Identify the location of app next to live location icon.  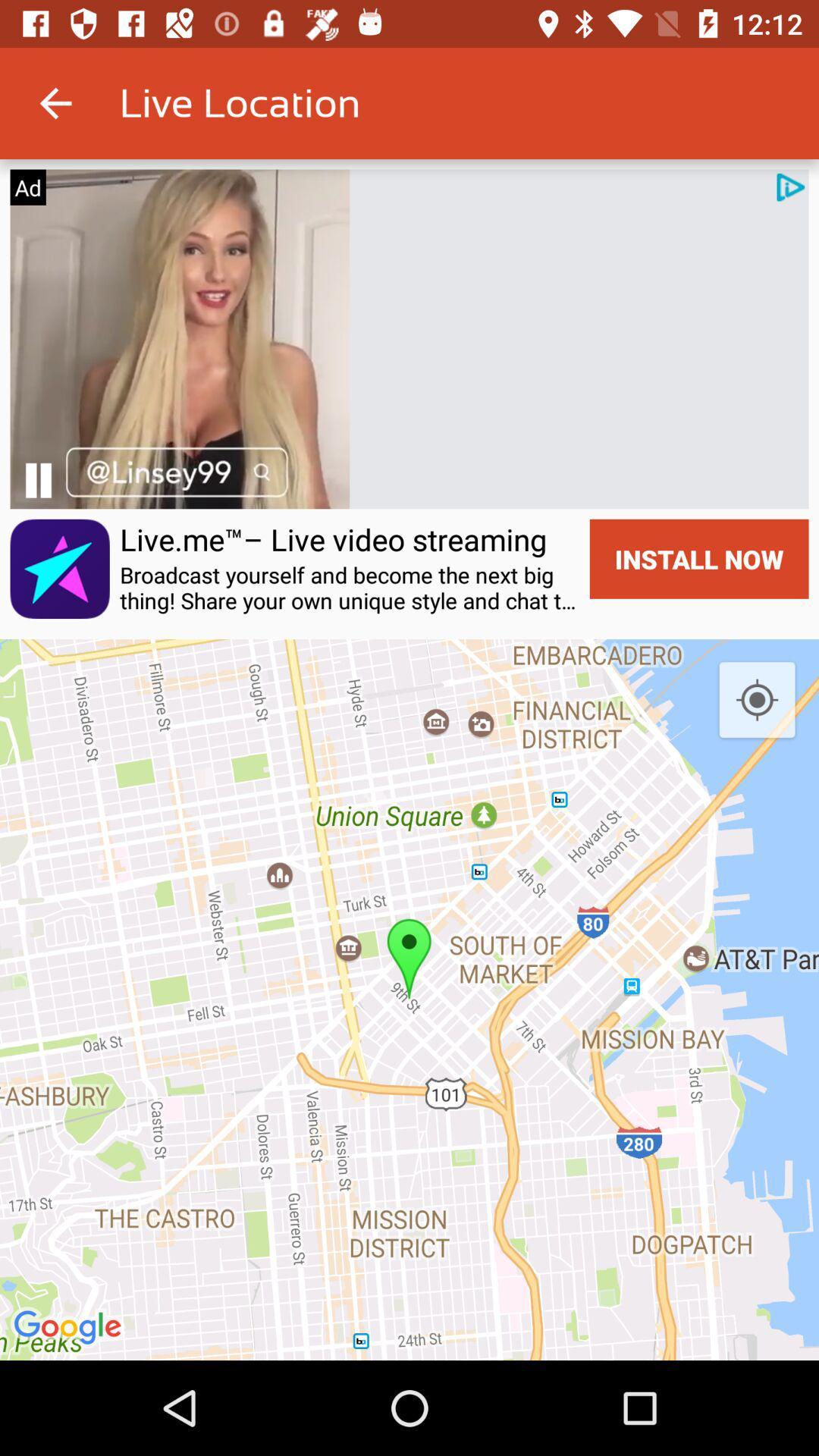
(55, 102).